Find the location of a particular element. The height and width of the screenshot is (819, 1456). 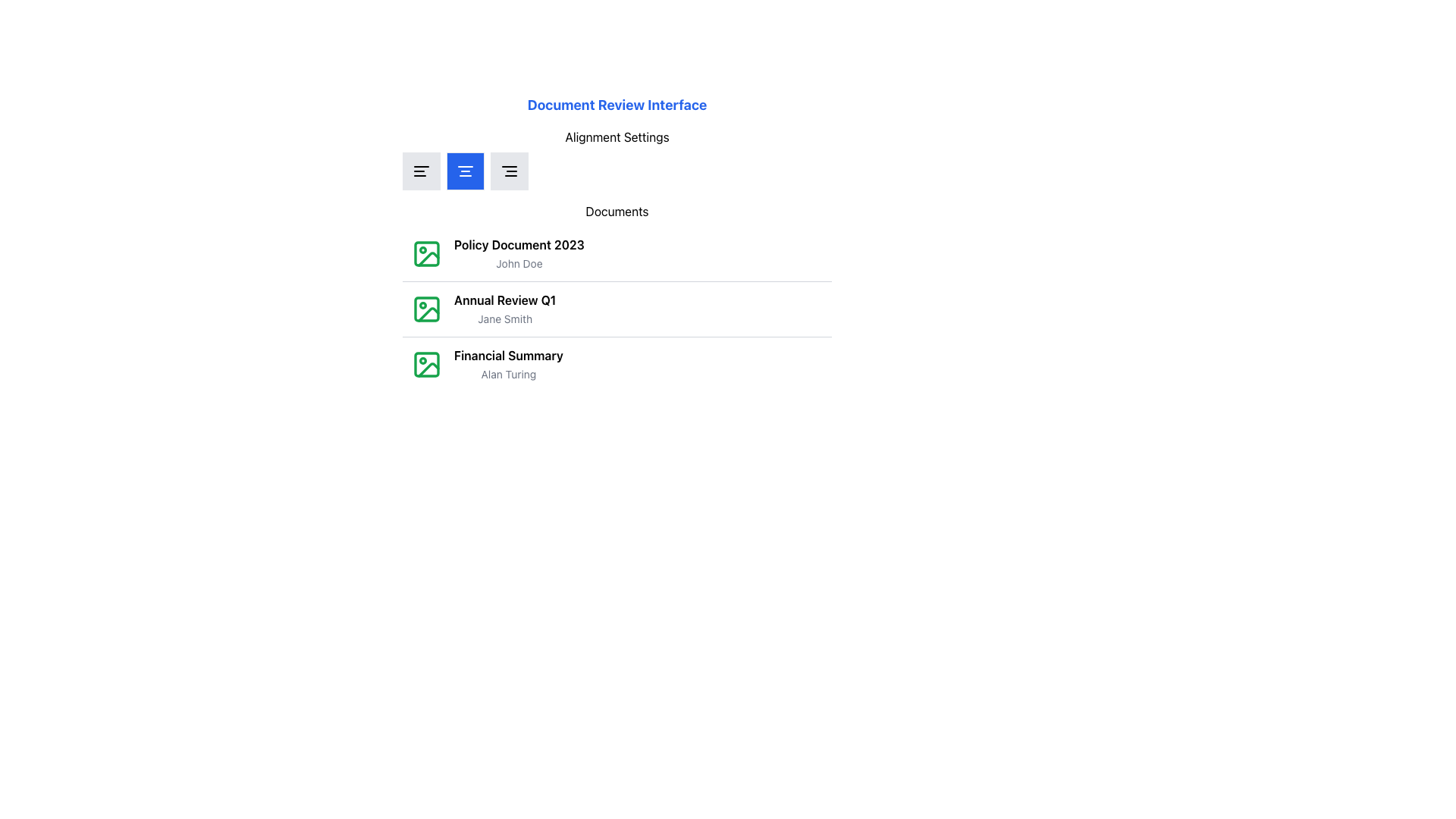

the composite list item for 'Policy Document 2023' owned by 'John Doe', which is the first entry in the 'Documents' section is located at coordinates (498, 253).